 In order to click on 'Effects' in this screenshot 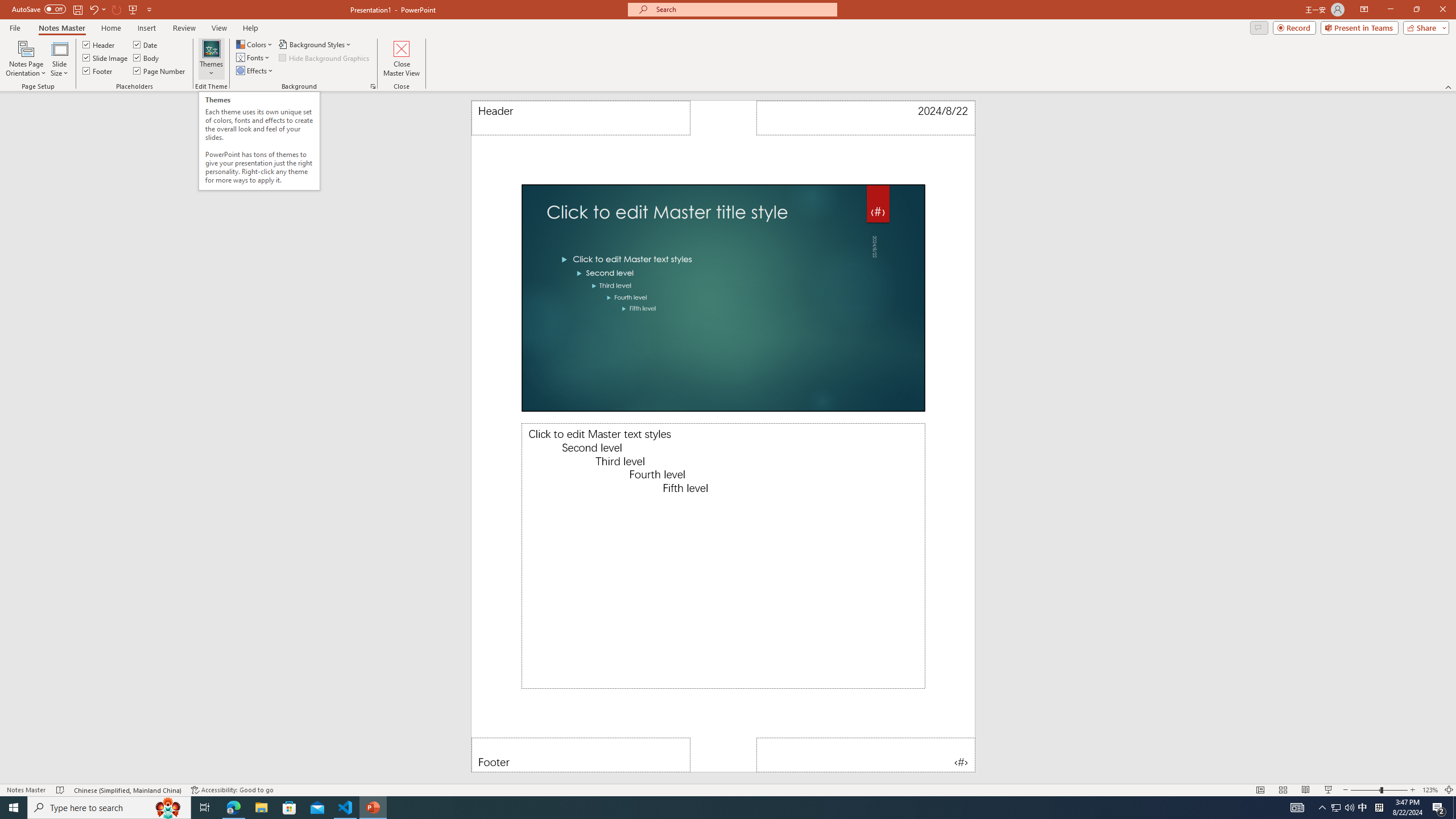, I will do `click(255, 69)`.